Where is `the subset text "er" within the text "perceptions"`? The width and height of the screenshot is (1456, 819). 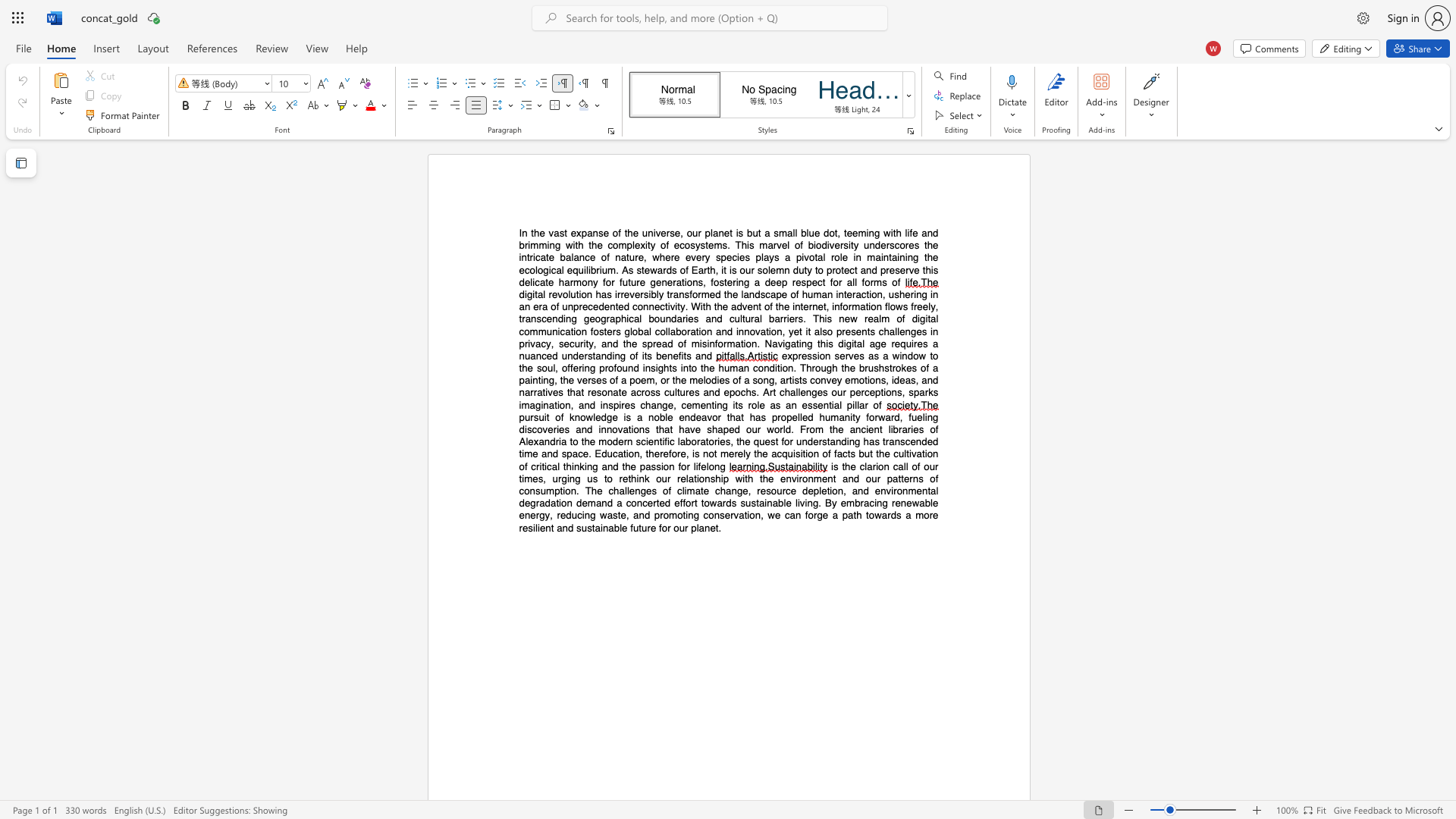 the subset text "er" within the text "perceptions" is located at coordinates (855, 391).